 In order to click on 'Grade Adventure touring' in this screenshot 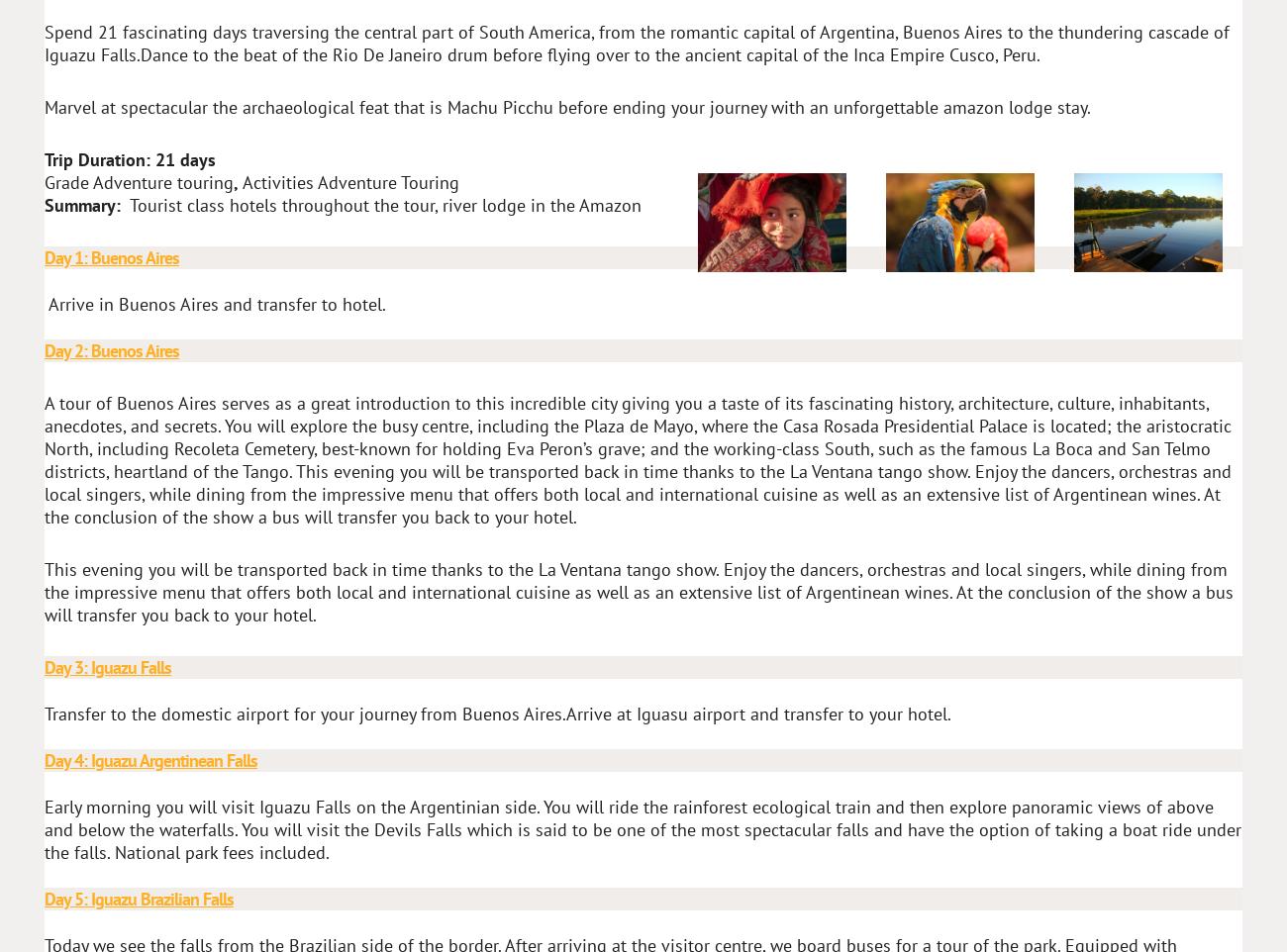, I will do `click(138, 182)`.